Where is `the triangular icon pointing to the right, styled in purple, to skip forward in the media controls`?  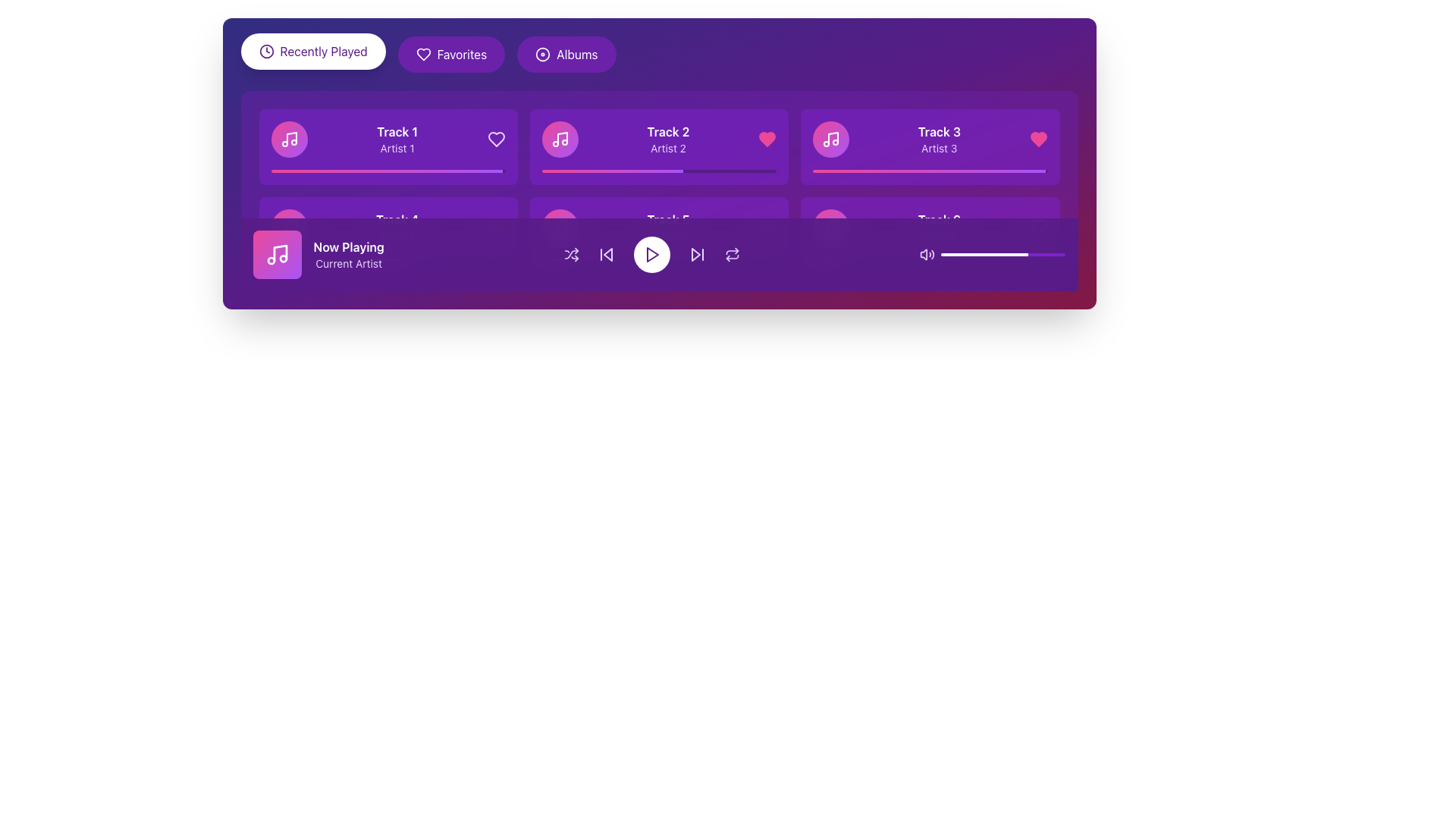 the triangular icon pointing to the right, styled in purple, to skip forward in the media controls is located at coordinates (695, 253).